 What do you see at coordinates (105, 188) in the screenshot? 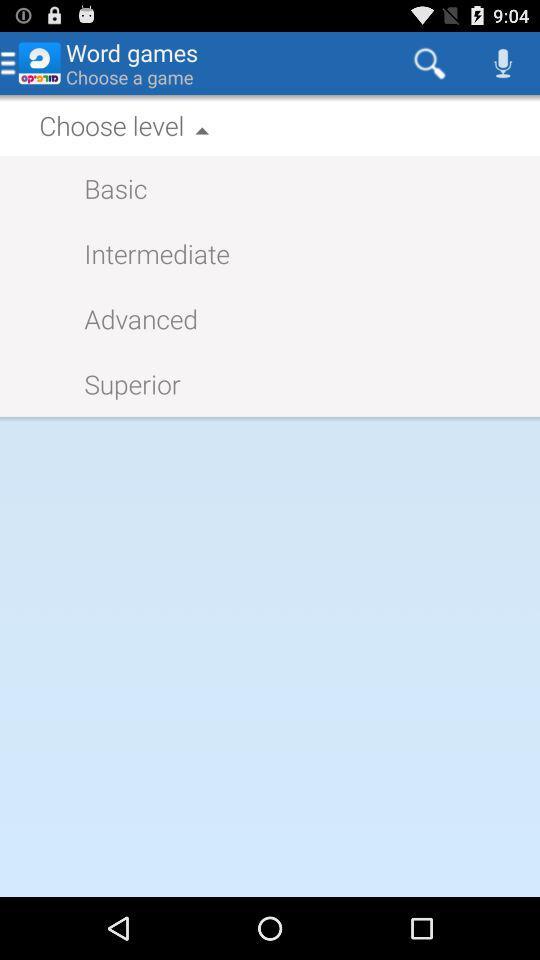
I see `icon above the intermediate app` at bounding box center [105, 188].